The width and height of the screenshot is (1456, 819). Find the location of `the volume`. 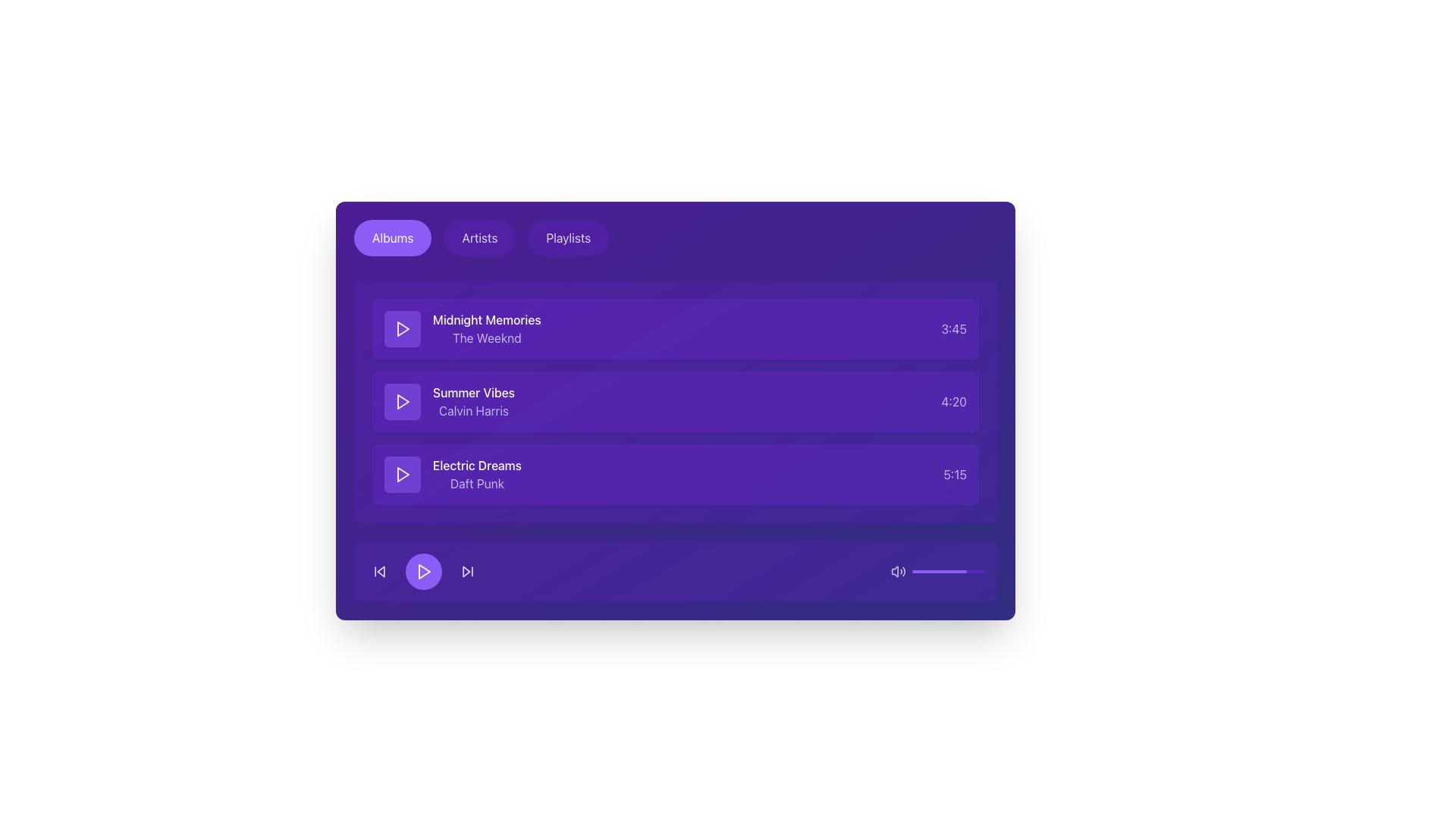

the volume is located at coordinates (917, 571).